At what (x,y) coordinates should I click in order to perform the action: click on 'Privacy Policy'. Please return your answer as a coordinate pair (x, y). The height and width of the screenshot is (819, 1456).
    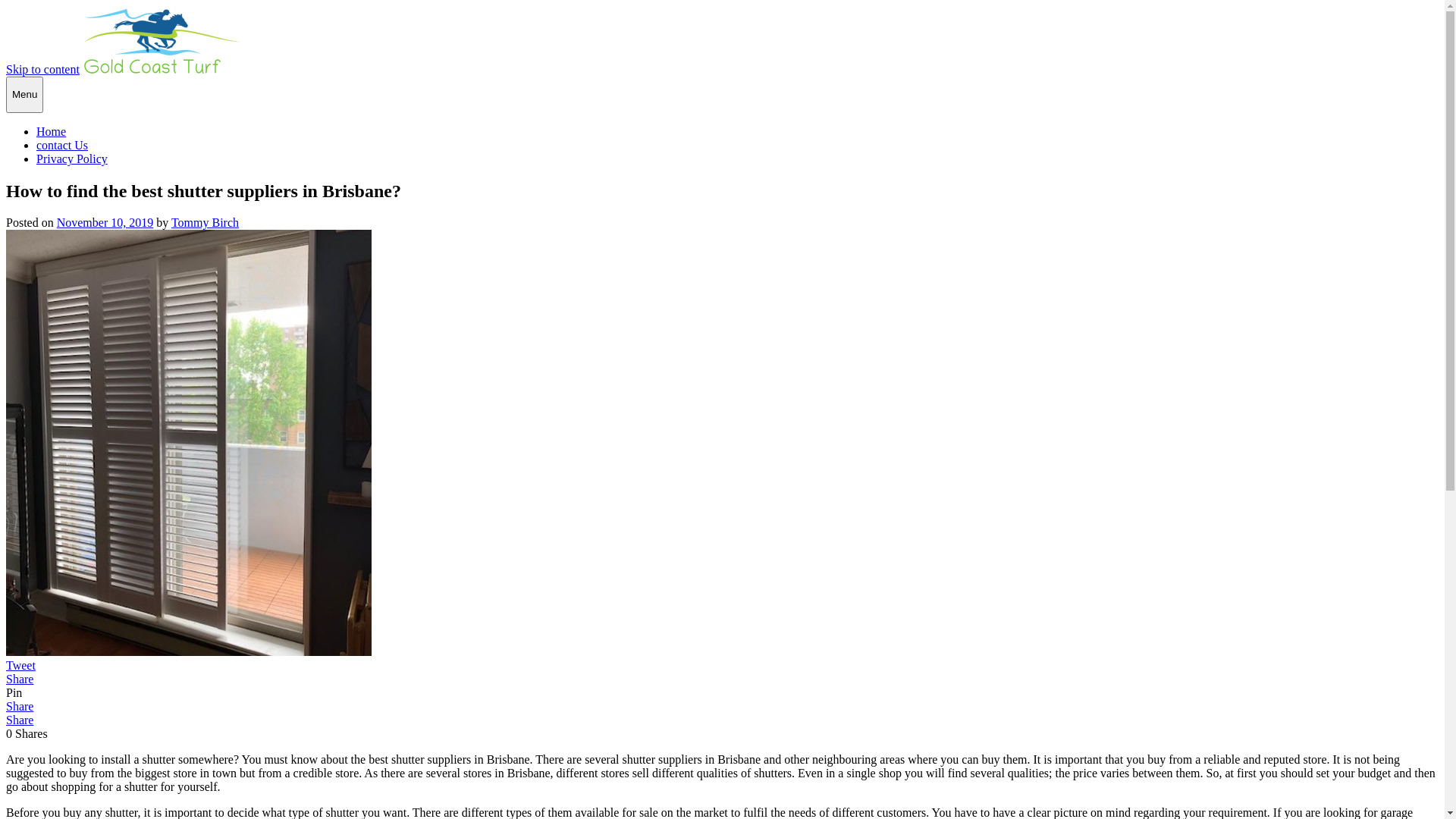
    Looking at the image, I should click on (71, 158).